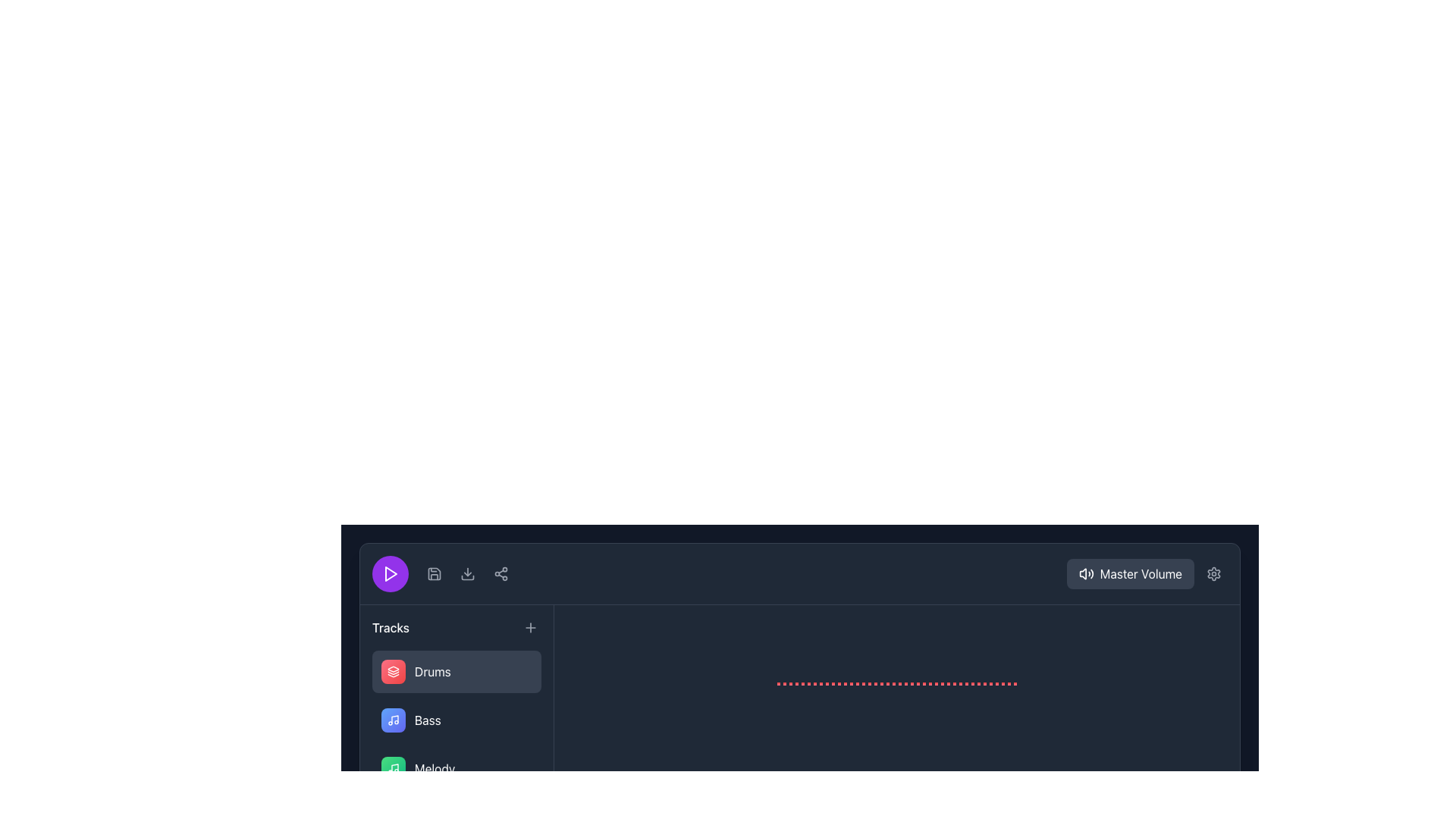 The image size is (1456, 819). What do you see at coordinates (1214, 573) in the screenshot?
I see `the settings icon located in the upper-right corner of the interface, adjacent to the Master Volume button, which allows access to configuration options` at bounding box center [1214, 573].